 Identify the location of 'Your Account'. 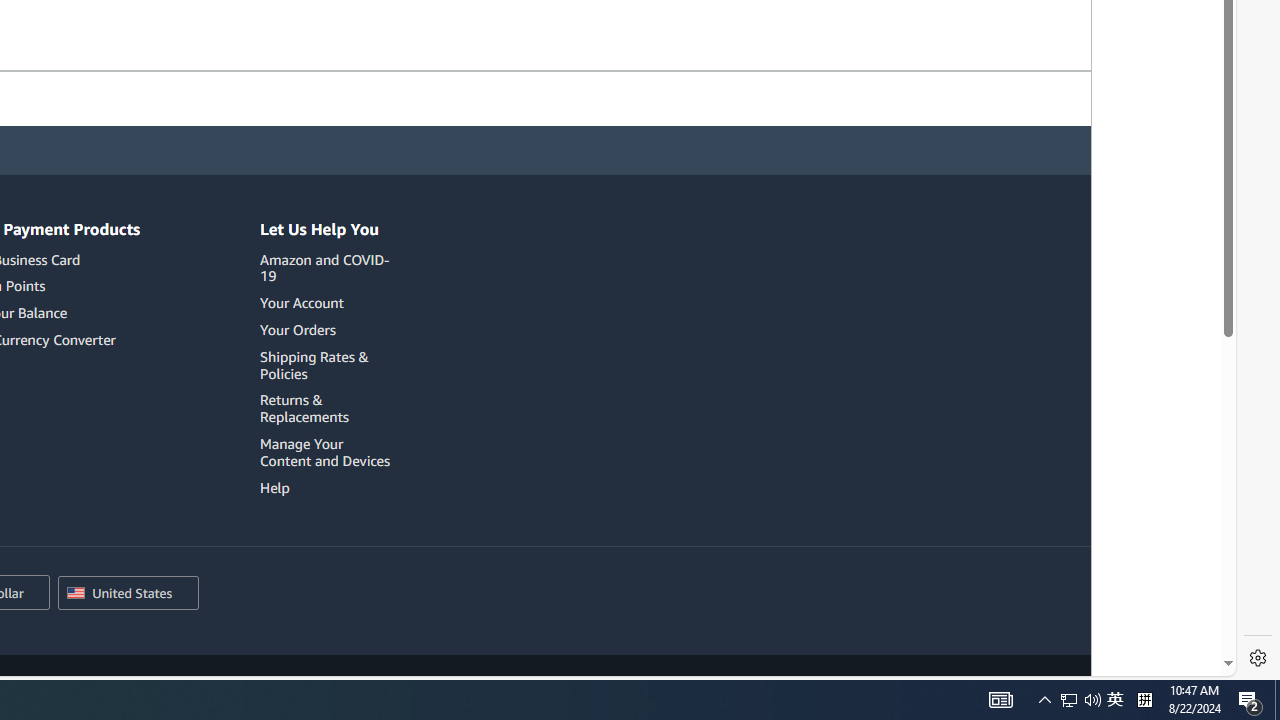
(301, 303).